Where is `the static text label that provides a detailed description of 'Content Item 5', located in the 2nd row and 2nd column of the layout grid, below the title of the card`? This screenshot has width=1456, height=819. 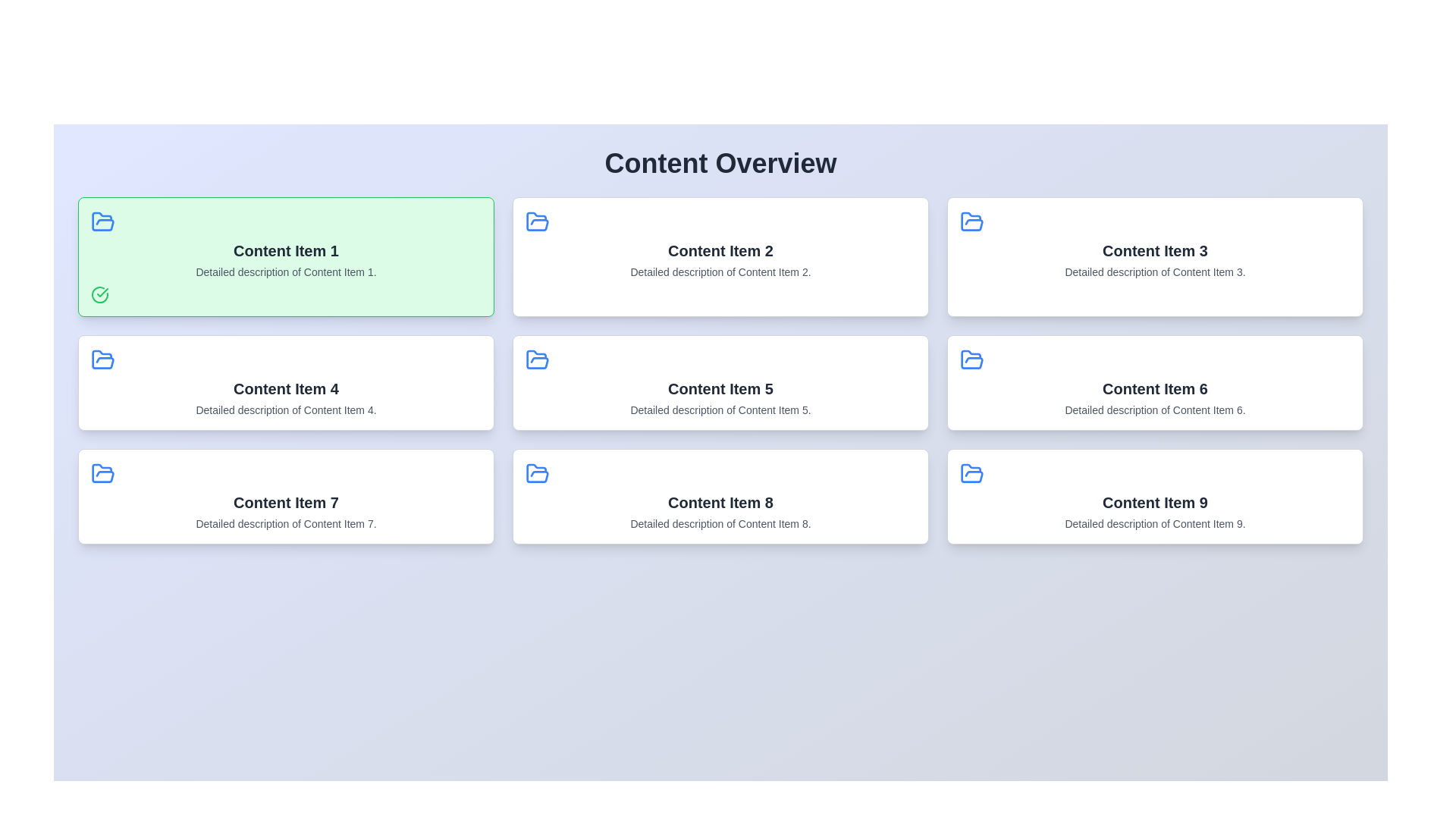 the static text label that provides a detailed description of 'Content Item 5', located in the 2nd row and 2nd column of the layout grid, below the title of the card is located at coordinates (720, 409).